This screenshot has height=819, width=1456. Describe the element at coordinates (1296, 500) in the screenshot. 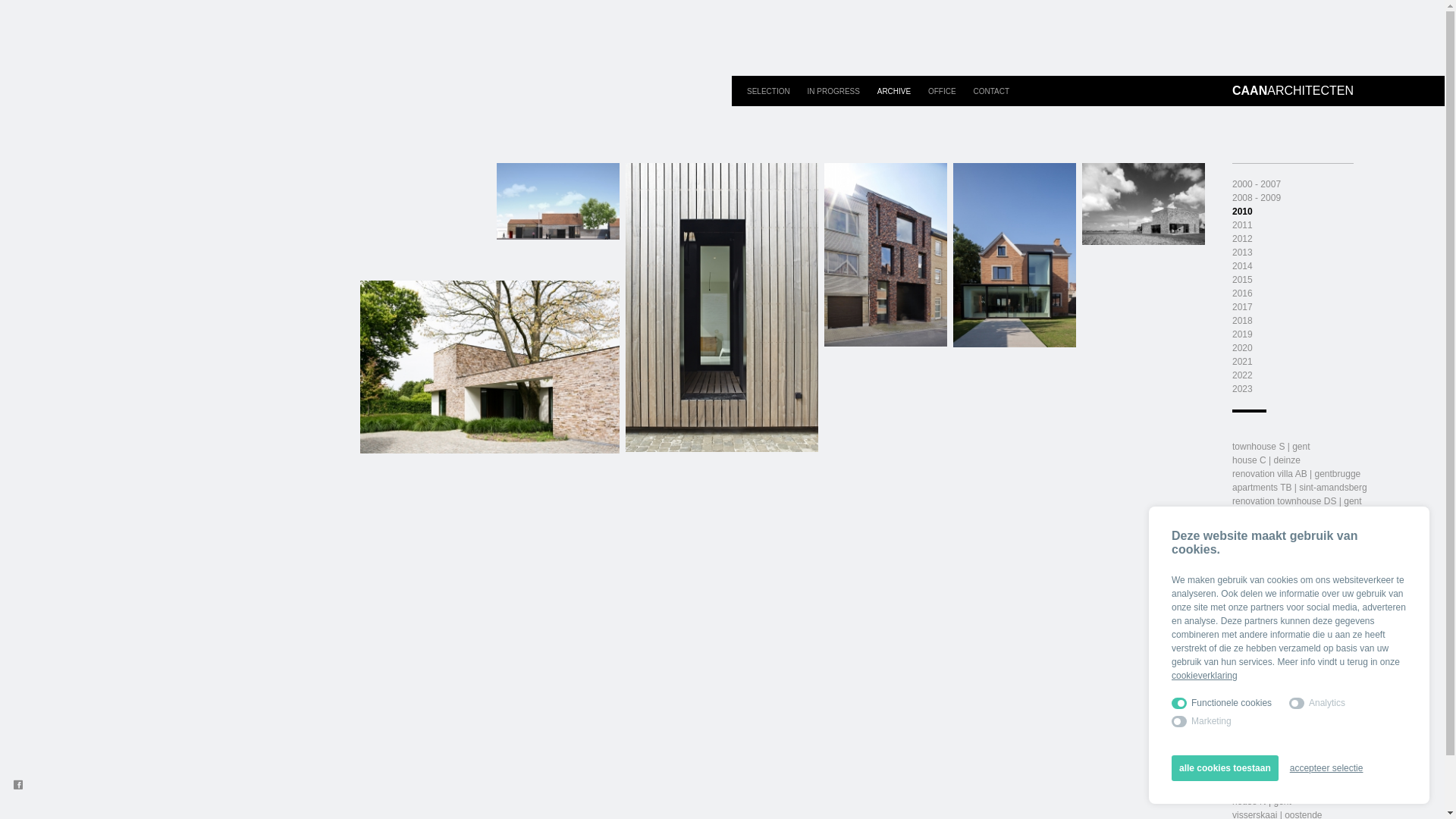

I see `'renovation townhouse DS | gent'` at that location.